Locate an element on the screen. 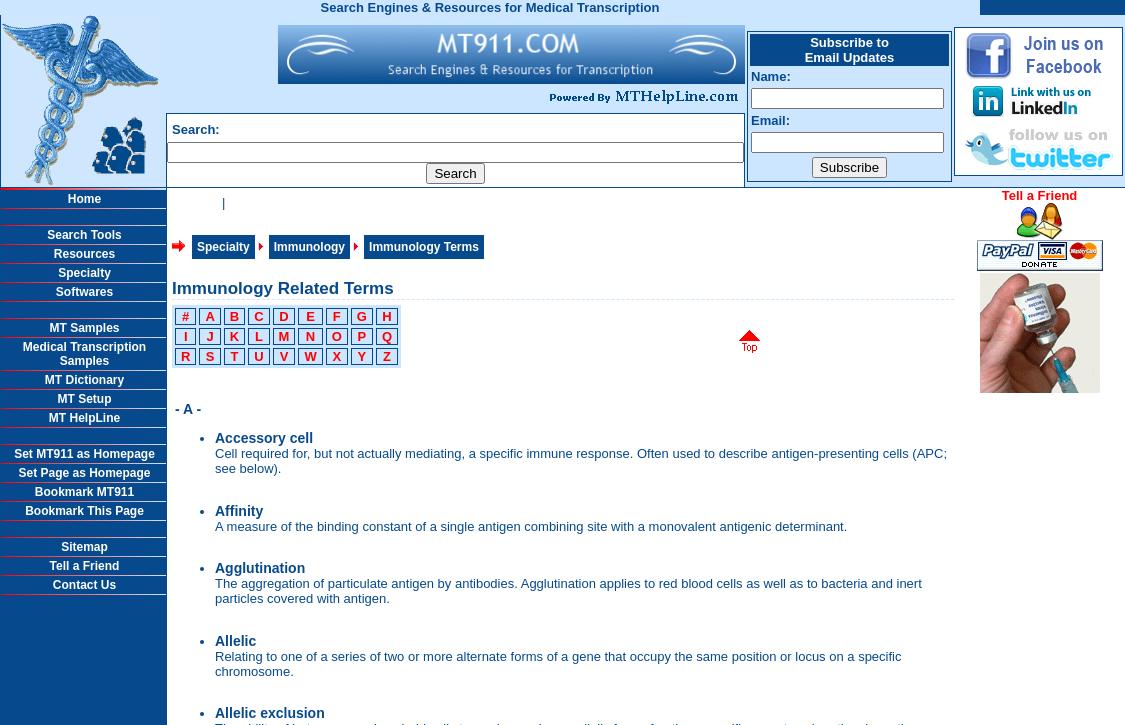 The height and width of the screenshot is (725, 1125). 'MT Dictionary' is located at coordinates (83, 378).